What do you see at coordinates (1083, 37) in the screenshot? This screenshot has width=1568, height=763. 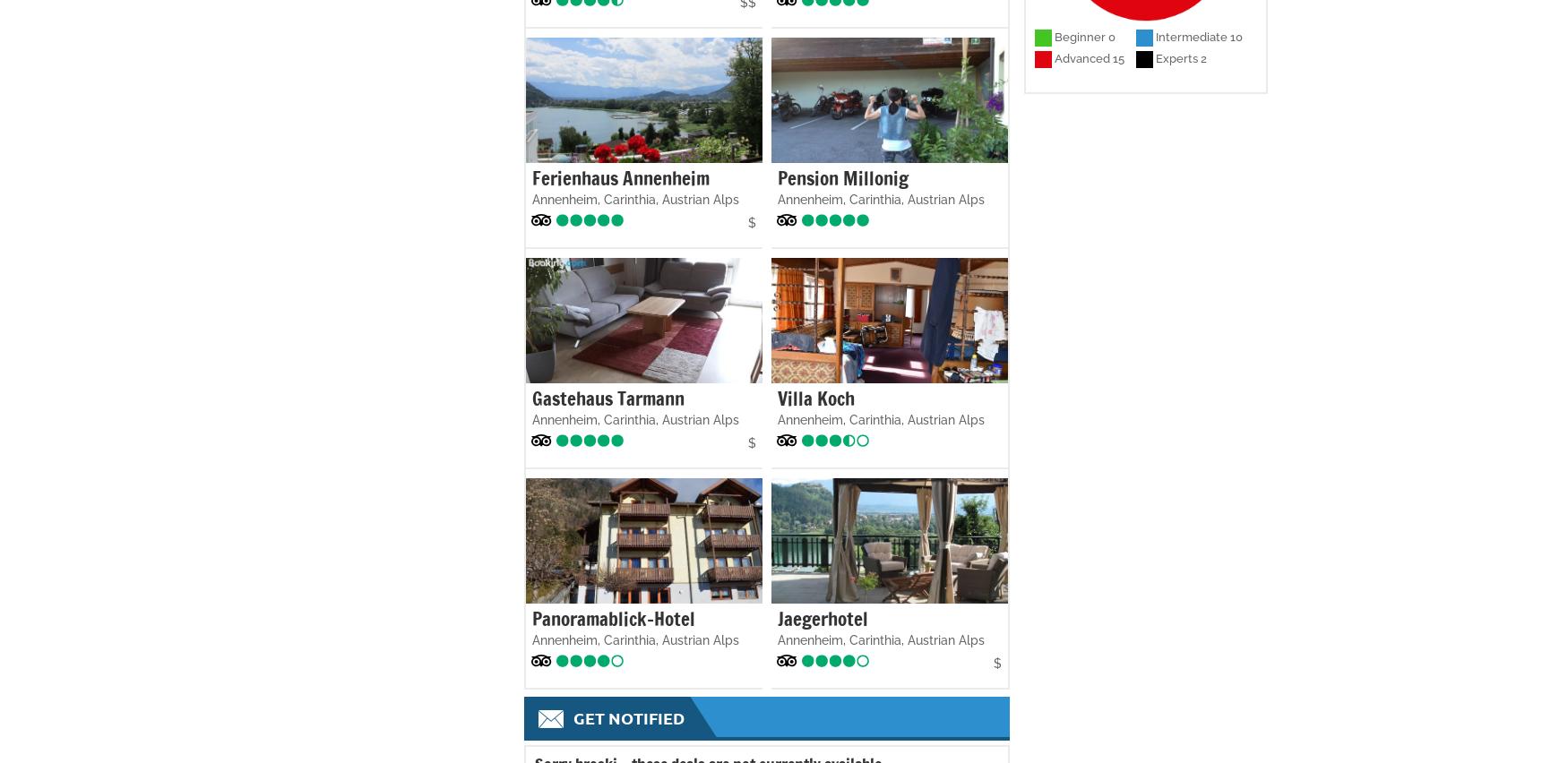 I see `'Beginner 0'` at bounding box center [1083, 37].